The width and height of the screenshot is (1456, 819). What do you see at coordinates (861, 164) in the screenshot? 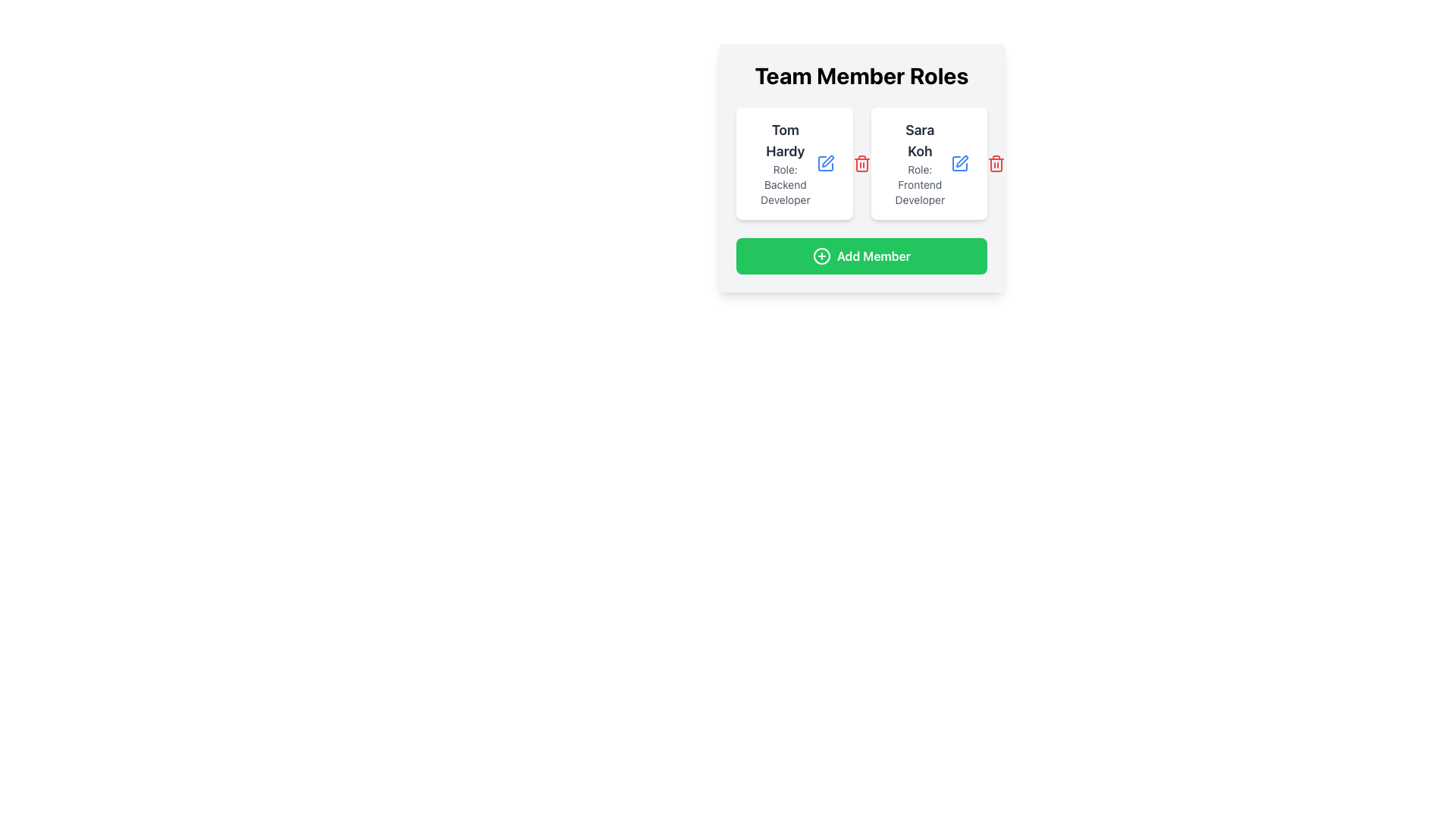
I see `the delete icon associated with Sara Koh's profile` at bounding box center [861, 164].